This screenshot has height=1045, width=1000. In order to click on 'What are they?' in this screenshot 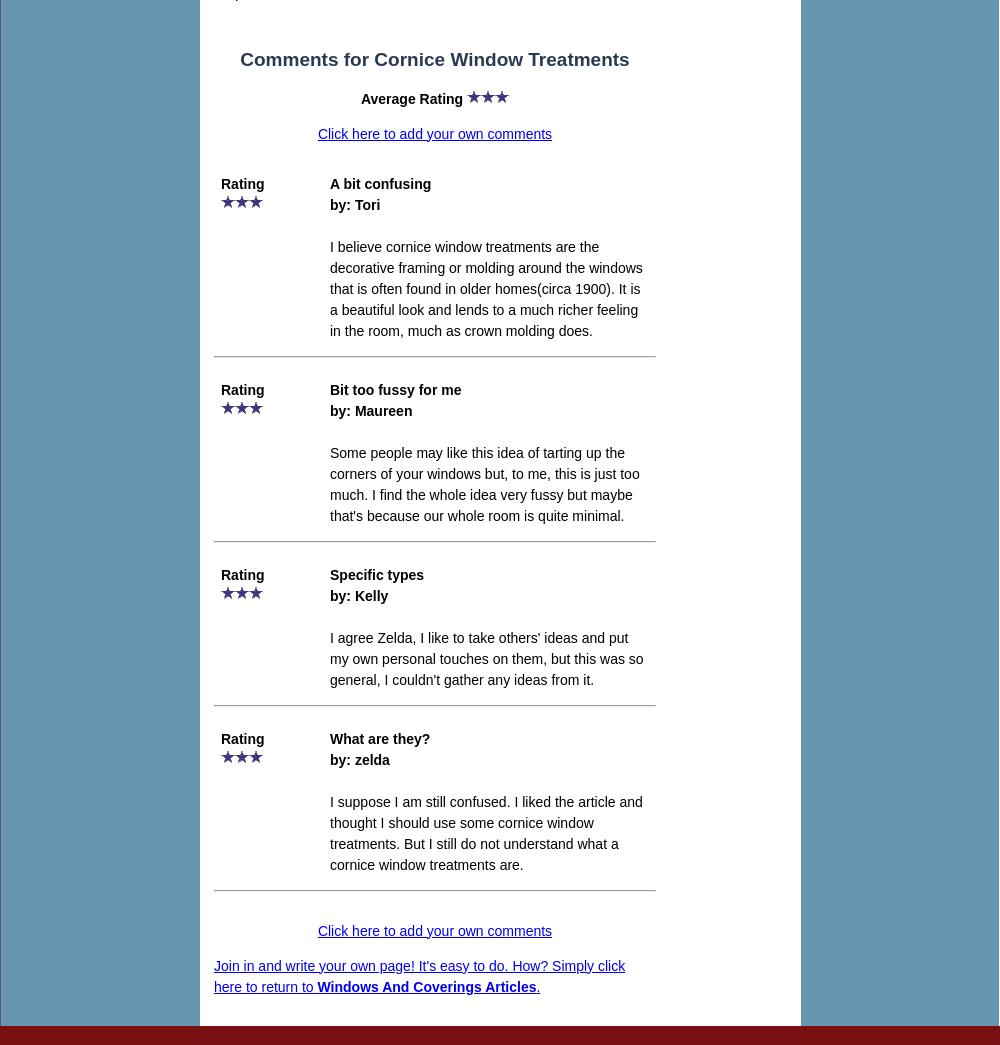, I will do `click(380, 736)`.